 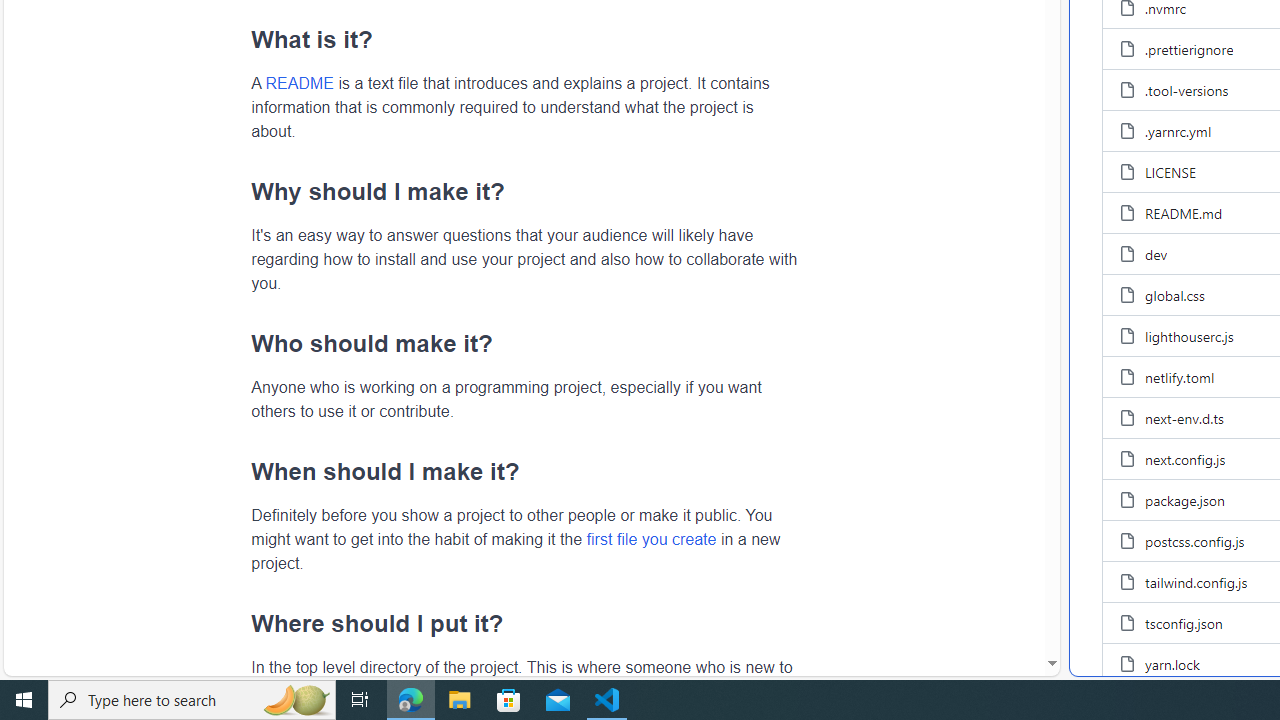 I want to click on 'first file you create', so click(x=651, y=537).